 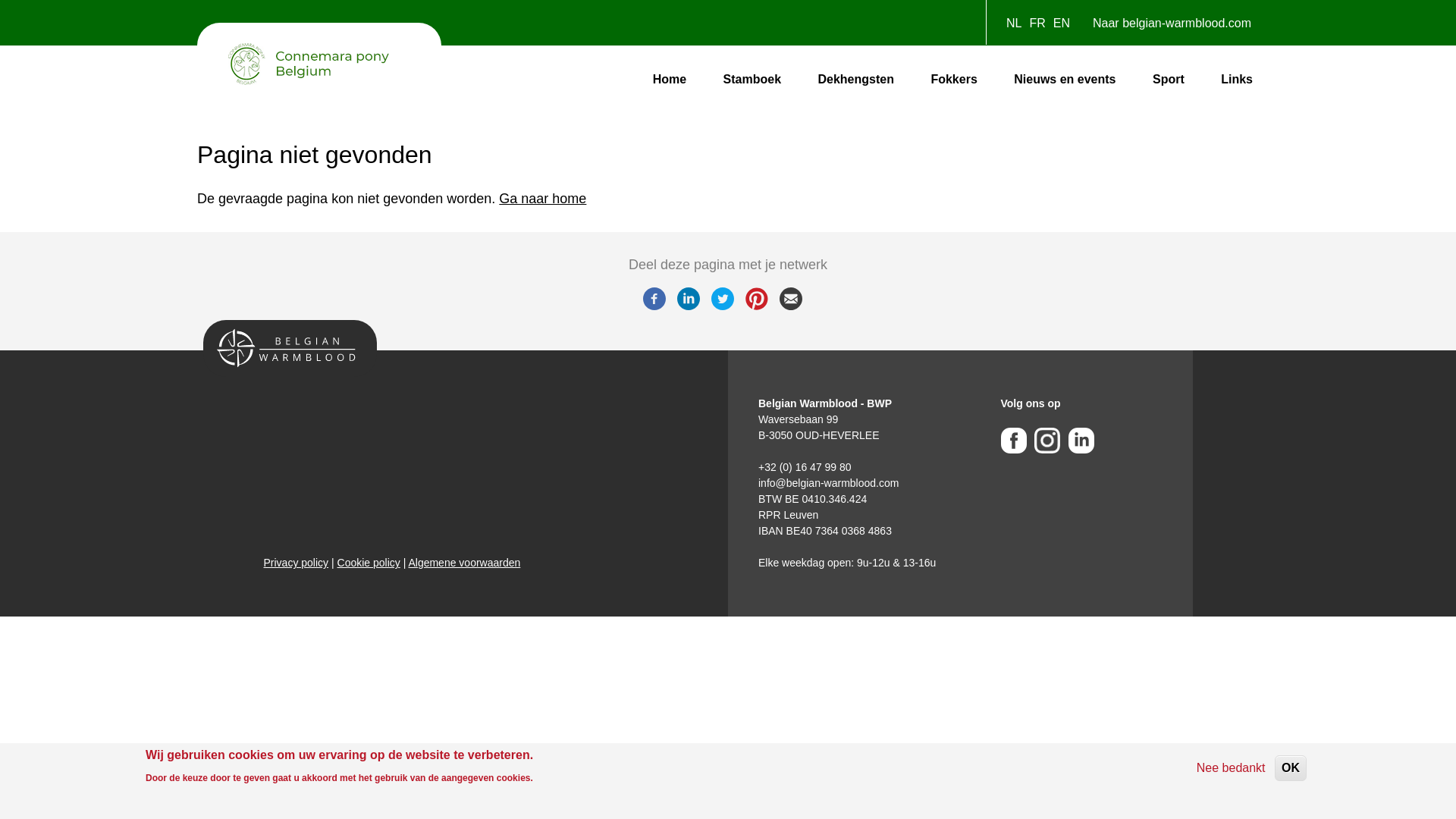 What do you see at coordinates (669, 79) in the screenshot?
I see `'Home'` at bounding box center [669, 79].